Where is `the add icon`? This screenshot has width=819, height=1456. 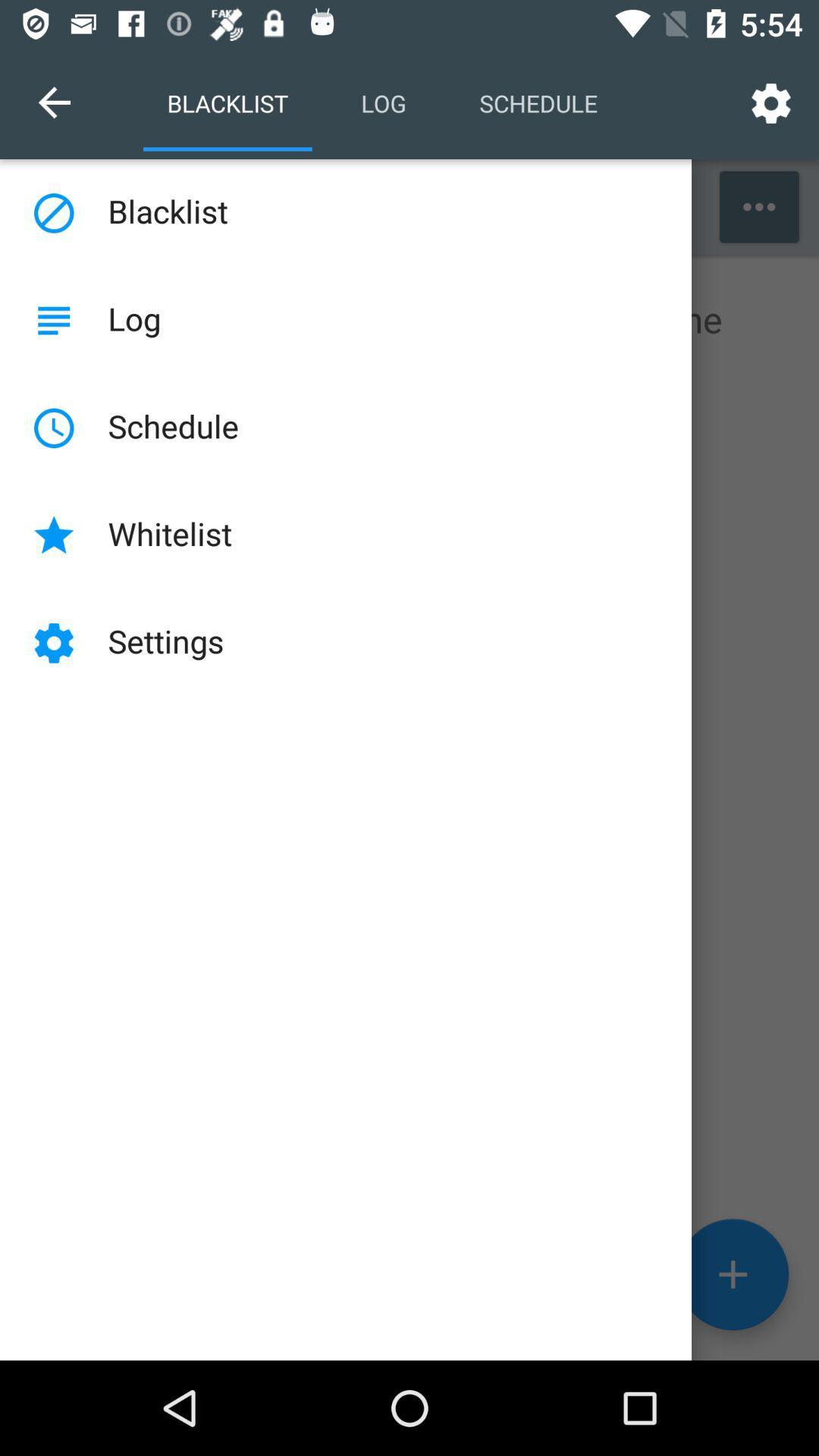
the add icon is located at coordinates (732, 1274).